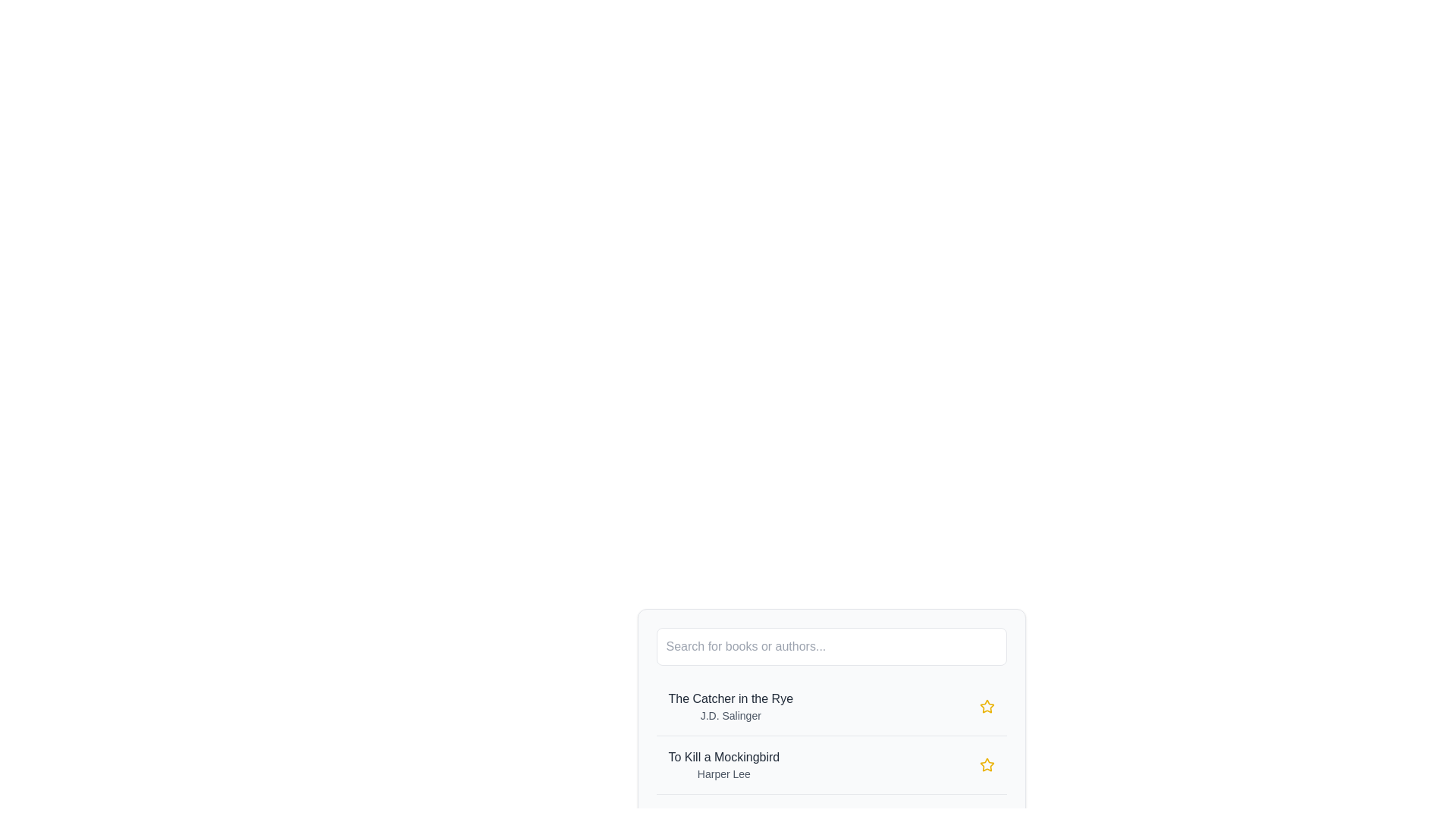  Describe the element at coordinates (730, 698) in the screenshot. I see `the text label displaying 'The Catcher in the Rye', which is positioned above the author's name 'J.D. Salinger' and below a search bar` at that location.